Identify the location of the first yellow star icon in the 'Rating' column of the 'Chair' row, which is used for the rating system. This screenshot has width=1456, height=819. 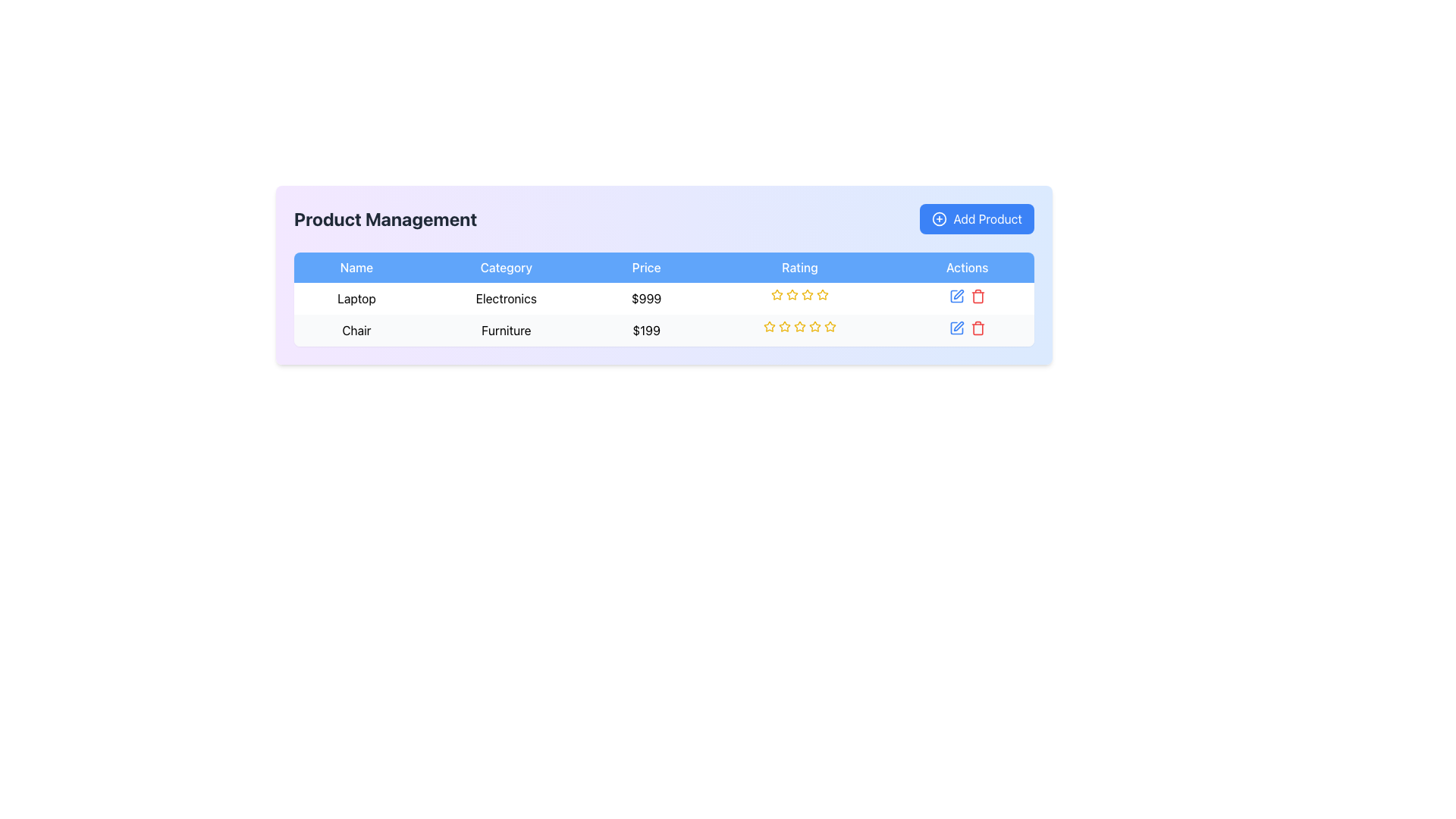
(769, 325).